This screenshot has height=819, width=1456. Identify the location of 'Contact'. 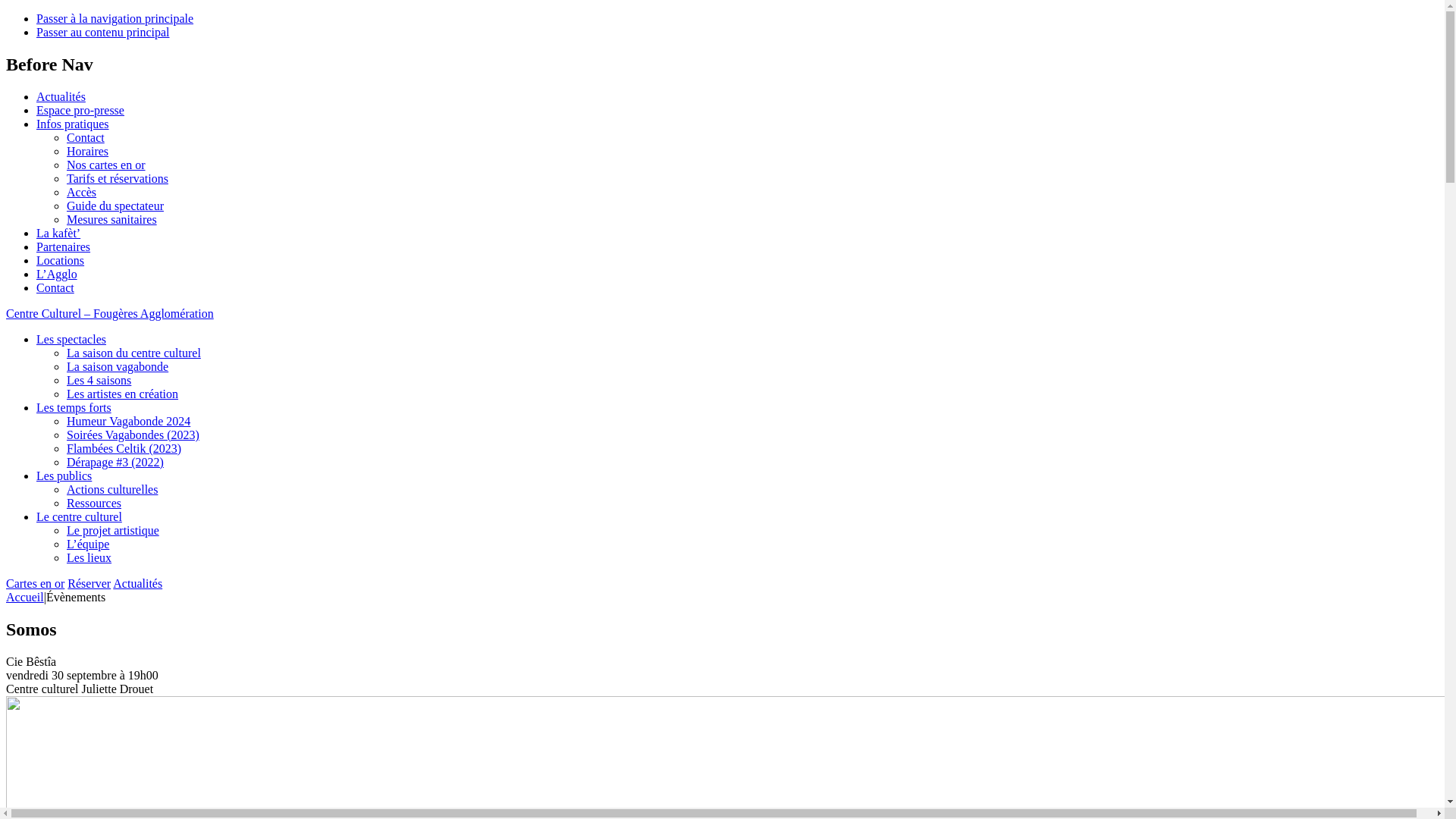
(85, 137).